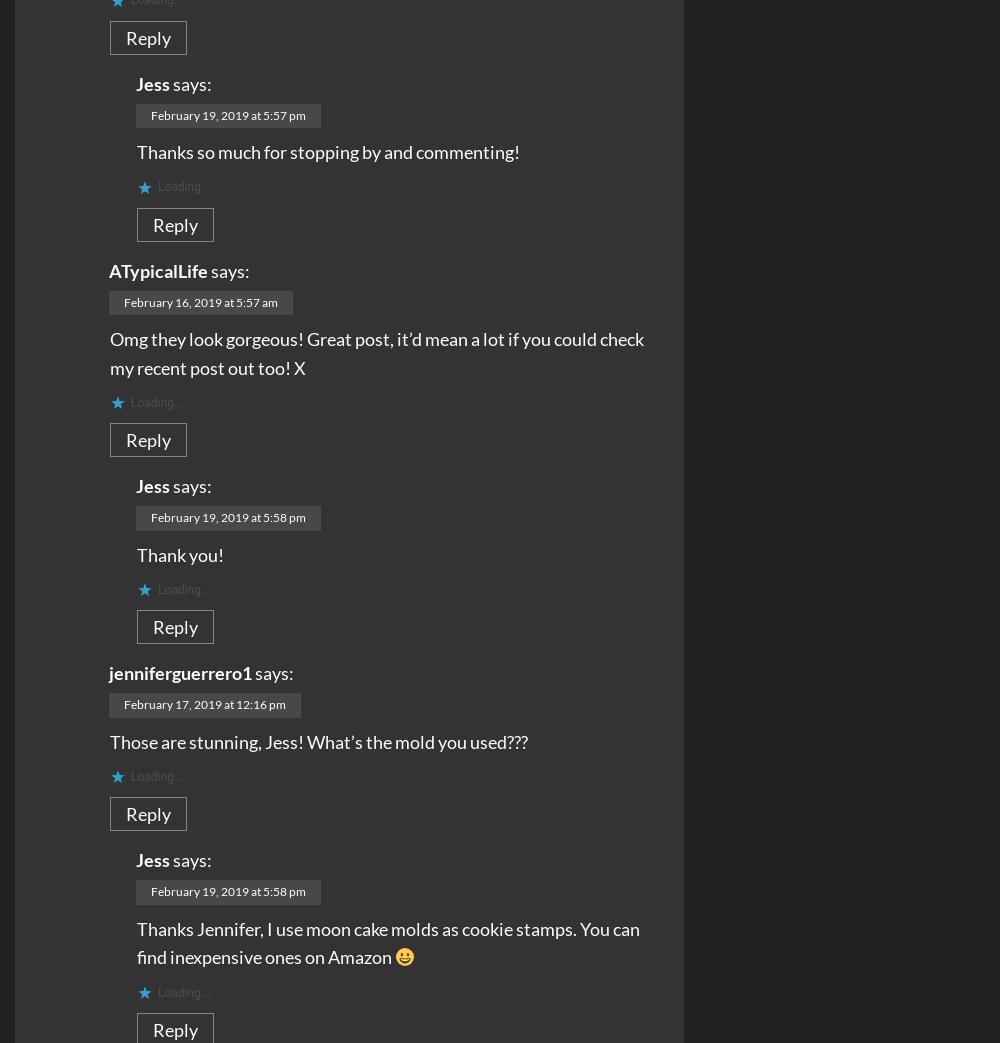 The width and height of the screenshot is (1000, 1043). What do you see at coordinates (180, 554) in the screenshot?
I see `'Thank you!'` at bounding box center [180, 554].